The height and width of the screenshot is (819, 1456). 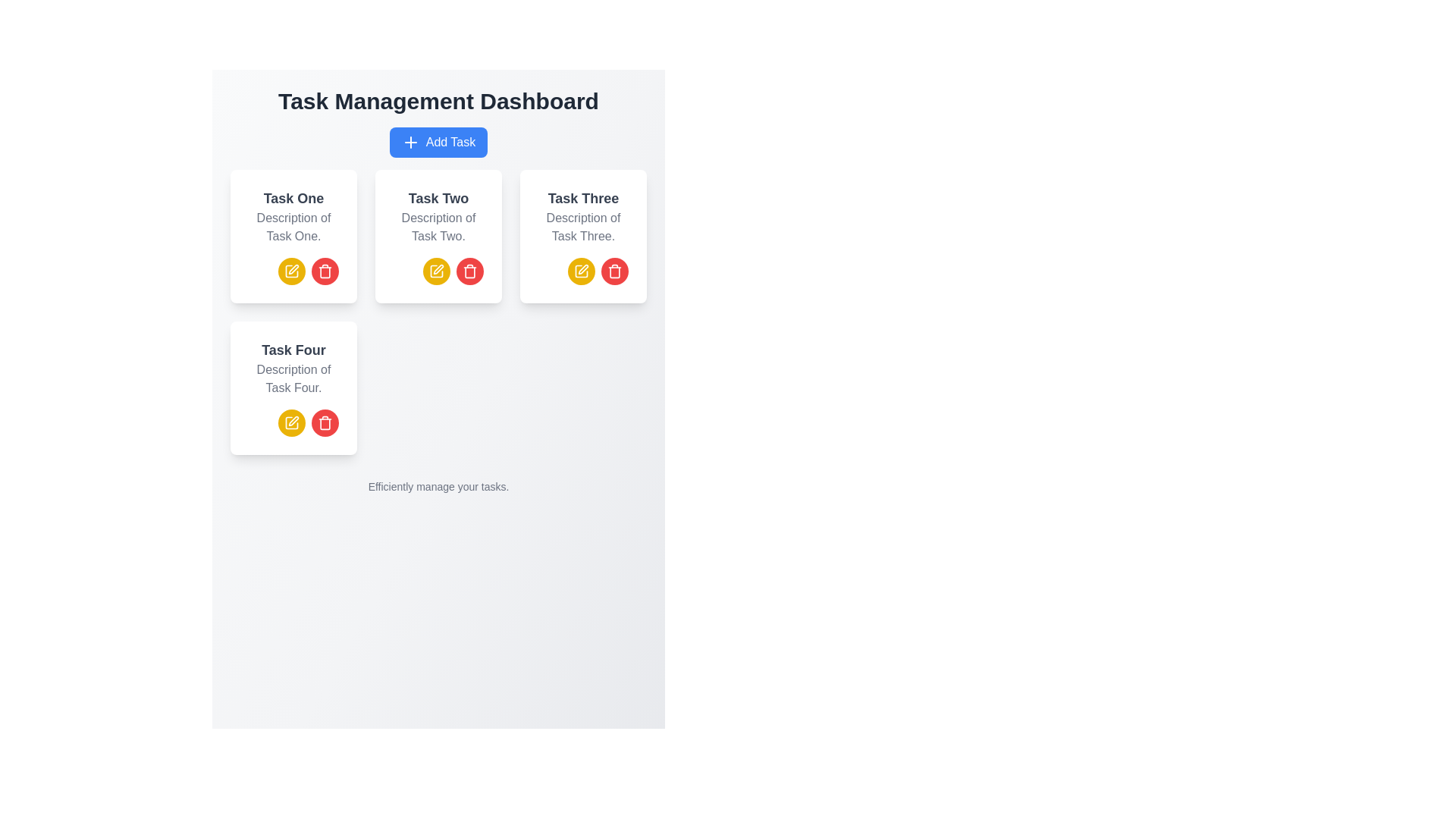 What do you see at coordinates (582, 227) in the screenshot?
I see `static text descriptor for 'Task Three' located in the third task card on the task management dashboard, positioned below the title text and above the interactive buttons` at bounding box center [582, 227].